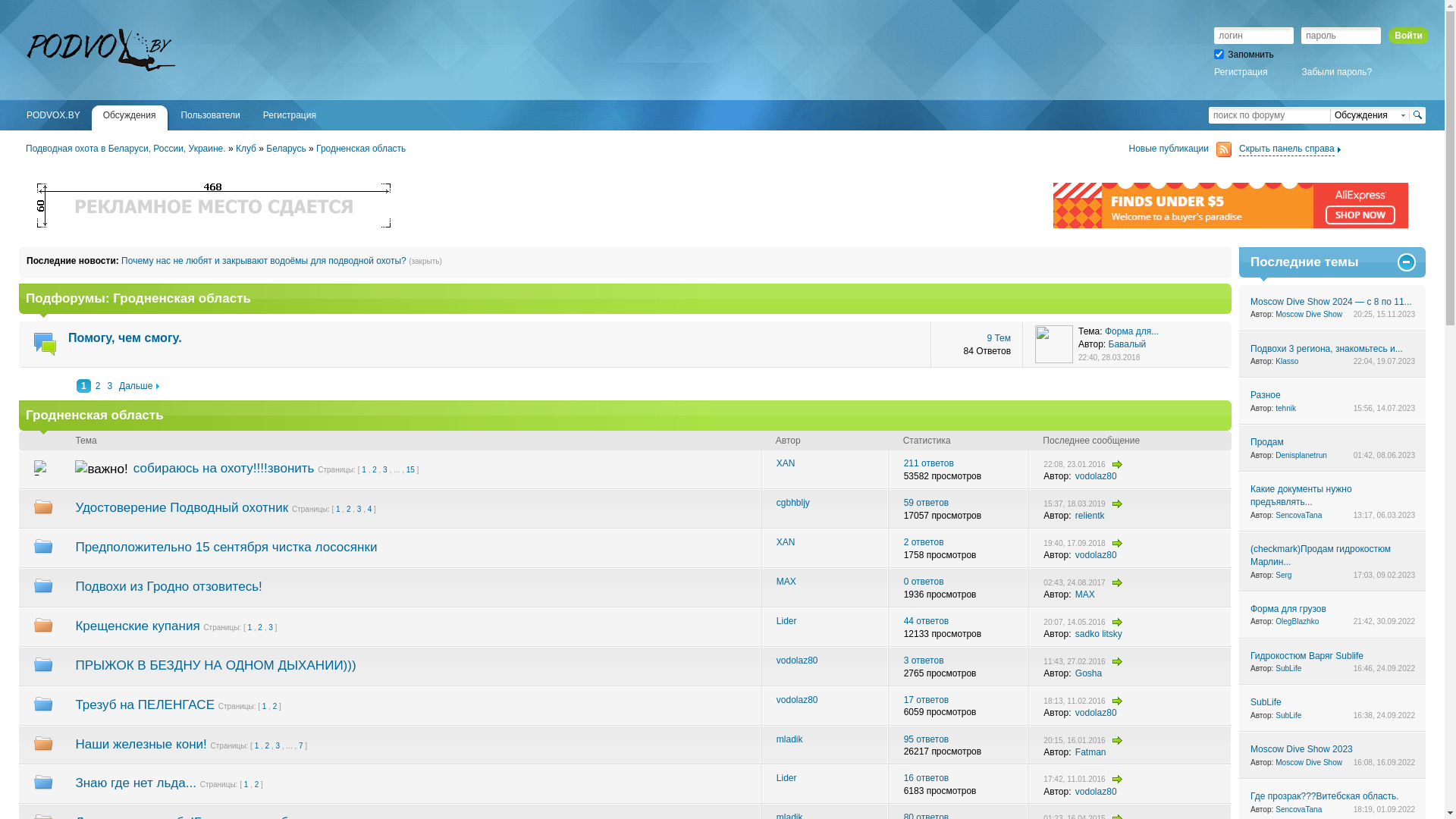  What do you see at coordinates (301, 745) in the screenshot?
I see `'7'` at bounding box center [301, 745].